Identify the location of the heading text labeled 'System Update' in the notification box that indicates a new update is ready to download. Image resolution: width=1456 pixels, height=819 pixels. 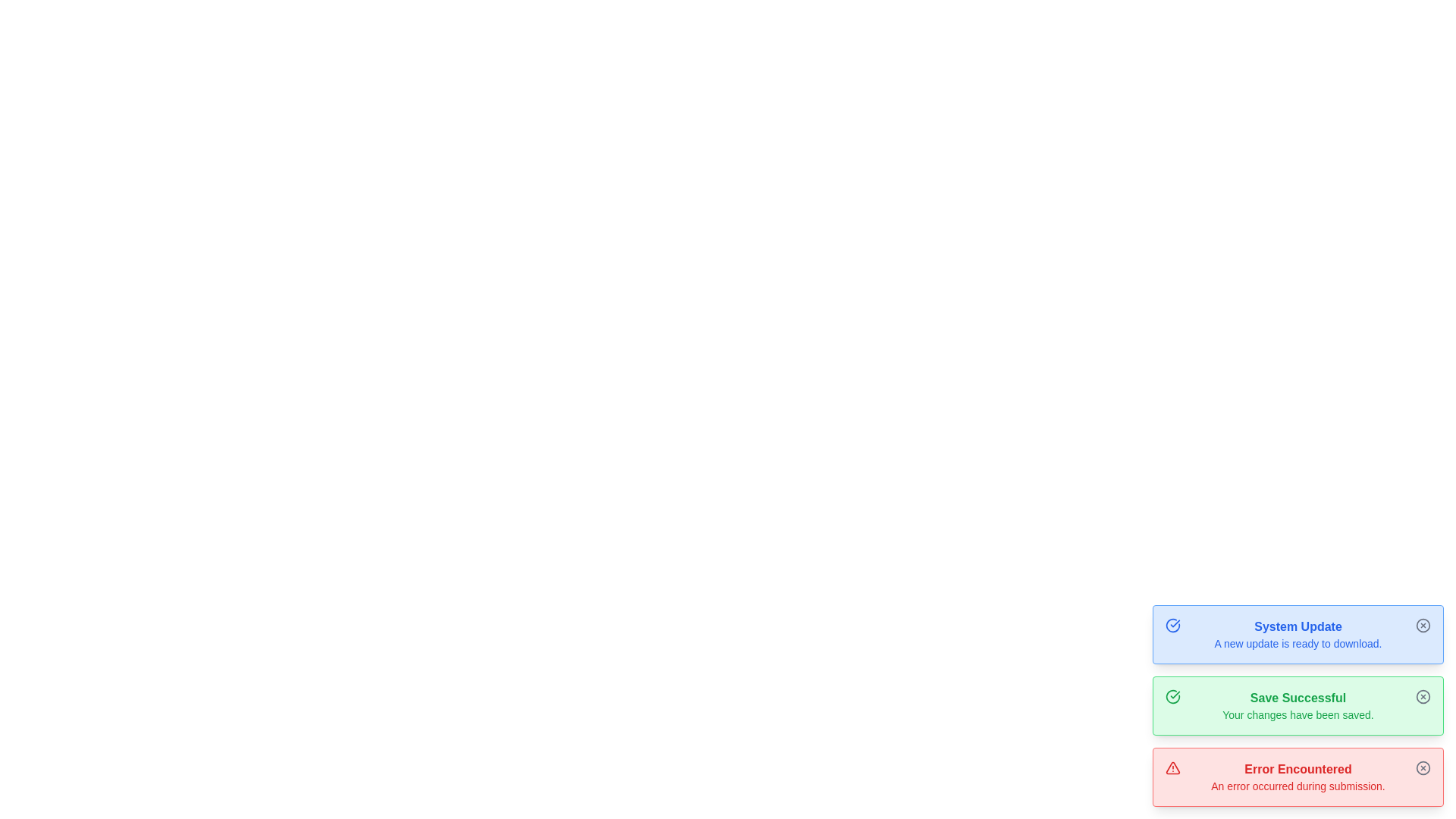
(1298, 626).